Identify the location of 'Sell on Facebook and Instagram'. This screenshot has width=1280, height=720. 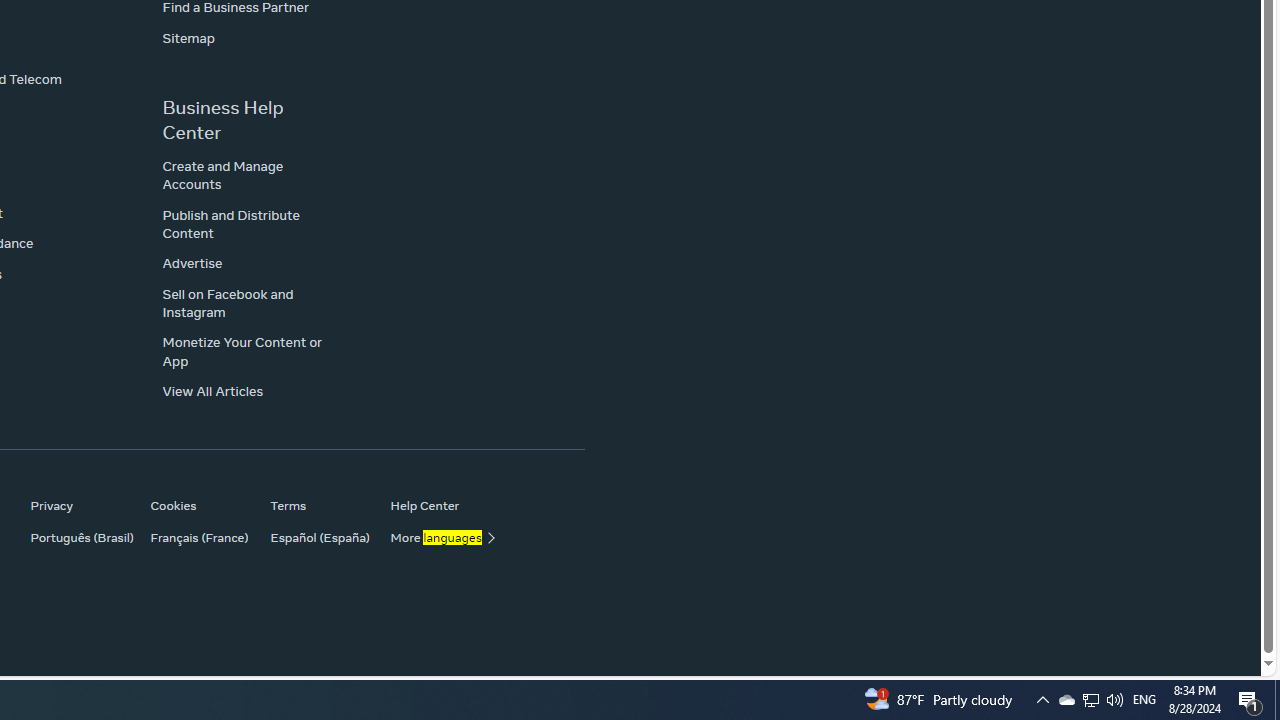
(228, 303).